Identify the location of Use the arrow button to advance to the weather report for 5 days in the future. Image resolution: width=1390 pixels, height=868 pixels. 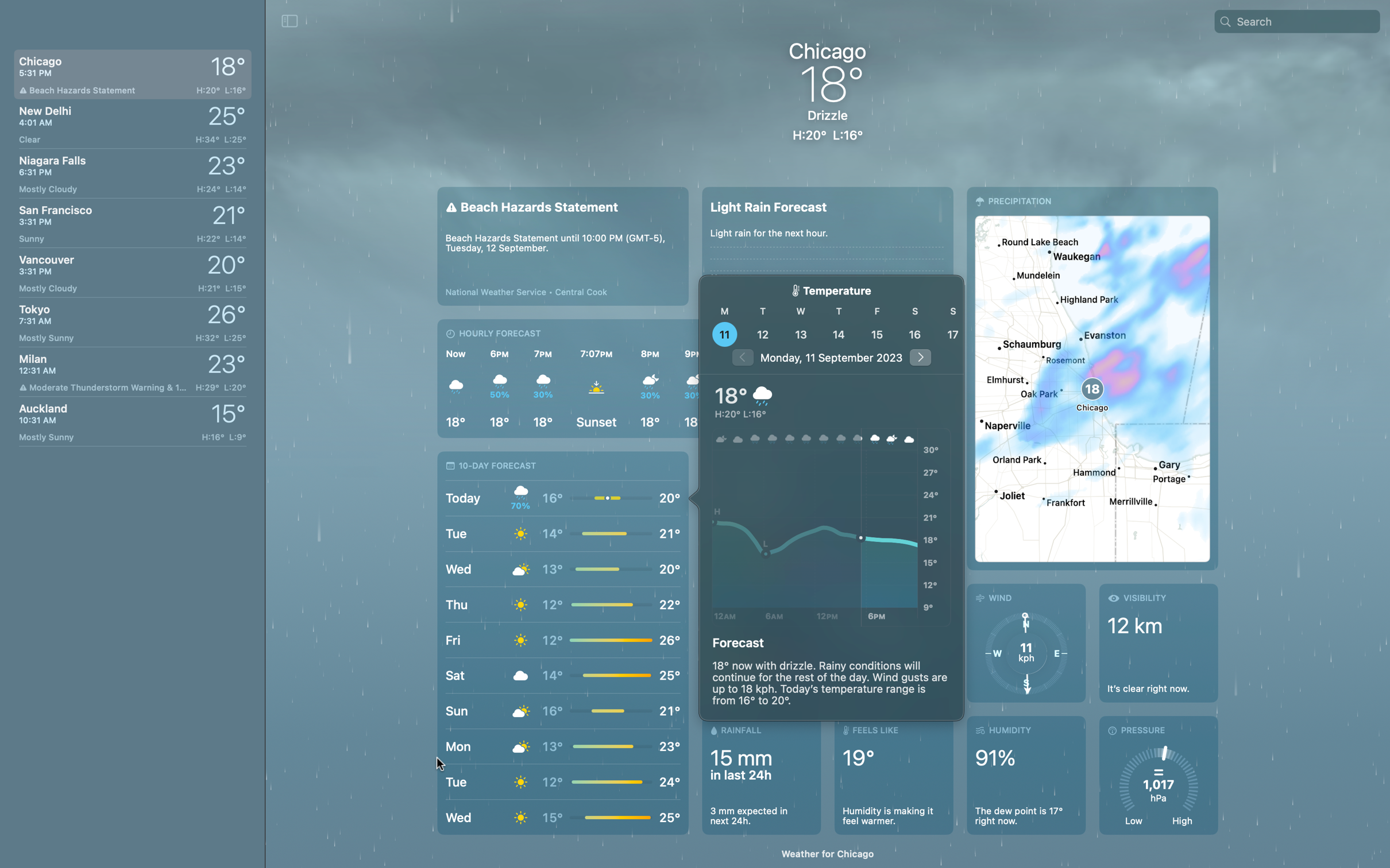
(919, 356).